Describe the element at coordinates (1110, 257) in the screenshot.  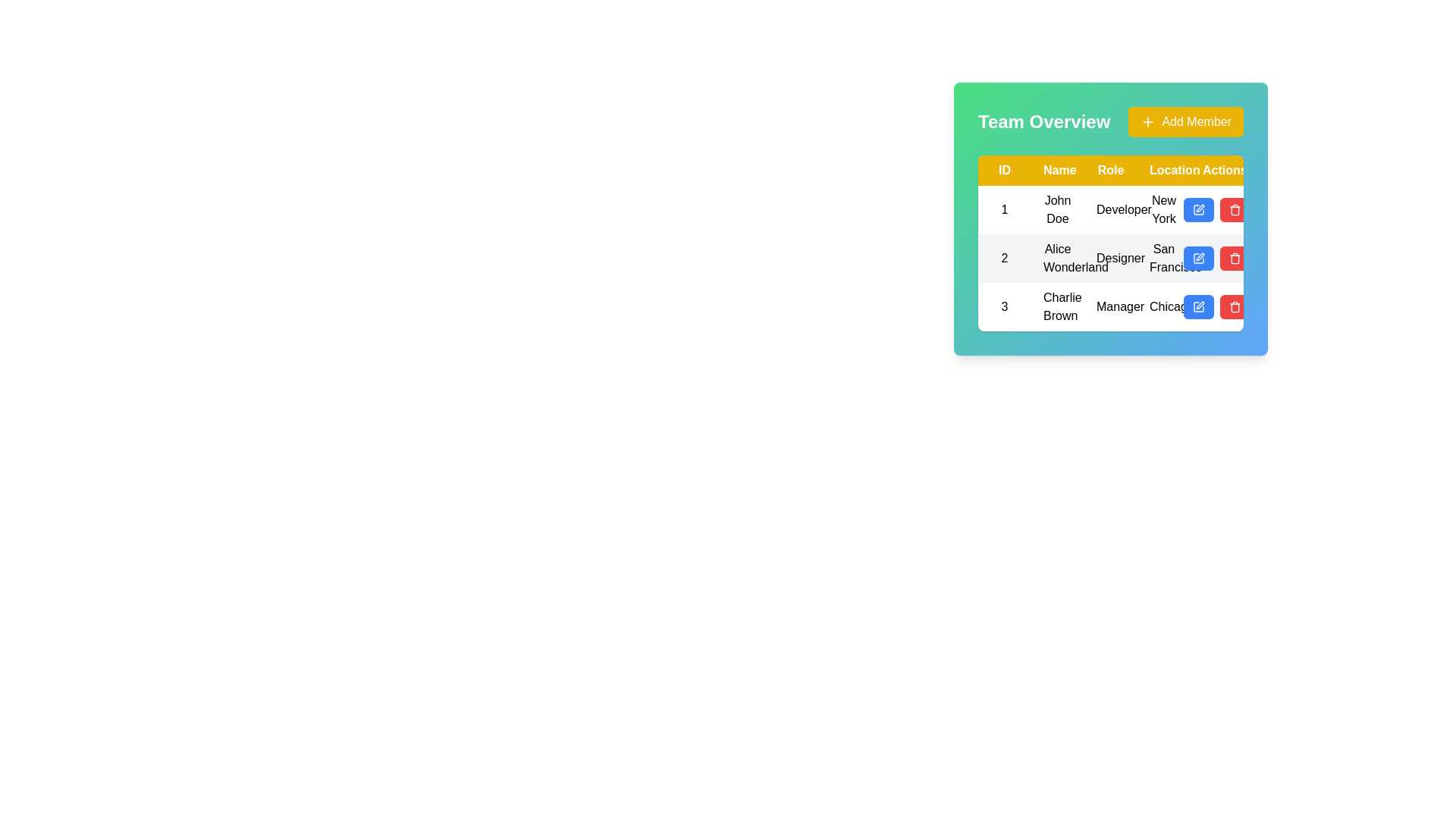
I see `the 'Designer' role in the second row of the table displaying 'Alice Wonderland'` at that location.